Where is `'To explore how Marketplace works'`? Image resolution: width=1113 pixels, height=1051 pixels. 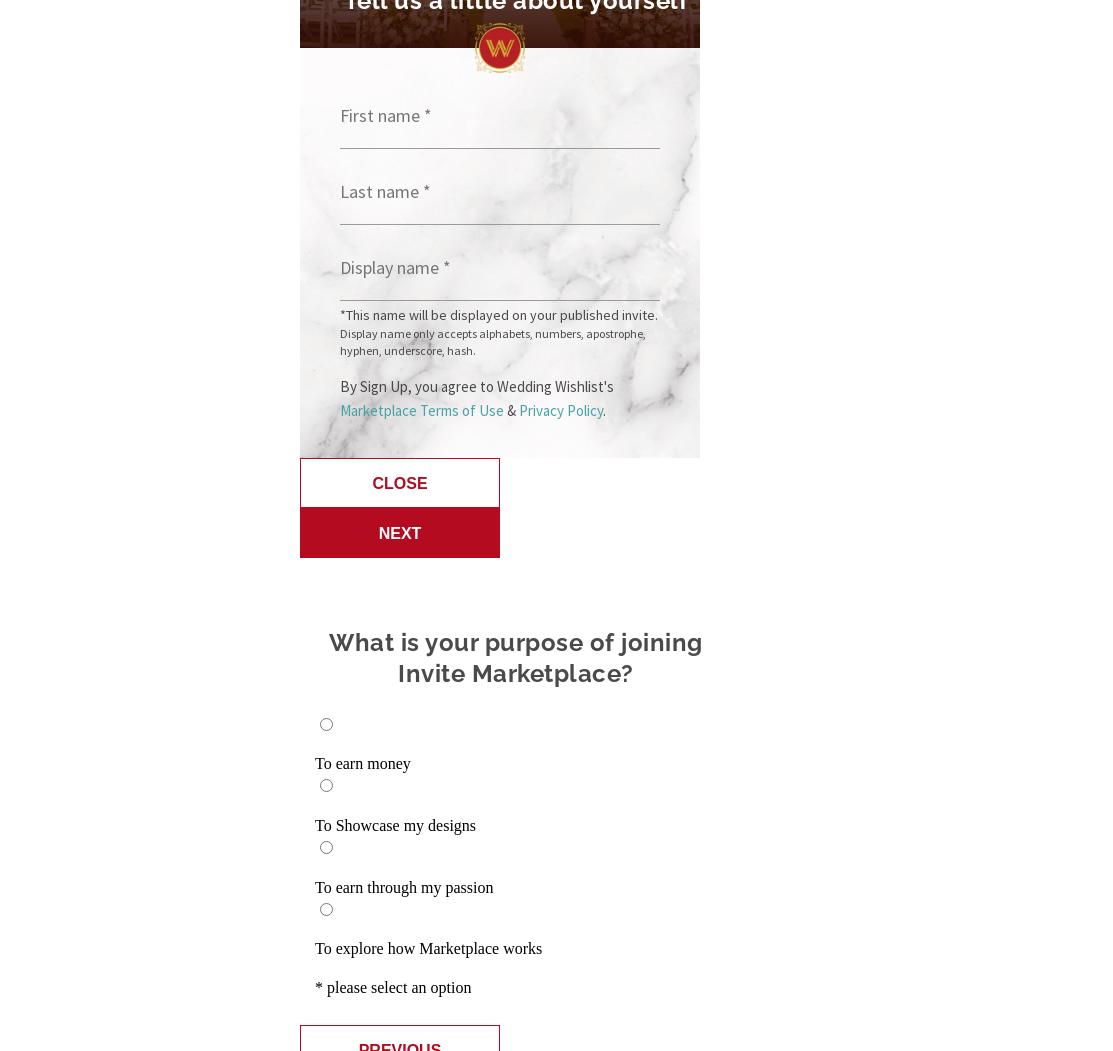 'To explore how Marketplace works' is located at coordinates (427, 947).